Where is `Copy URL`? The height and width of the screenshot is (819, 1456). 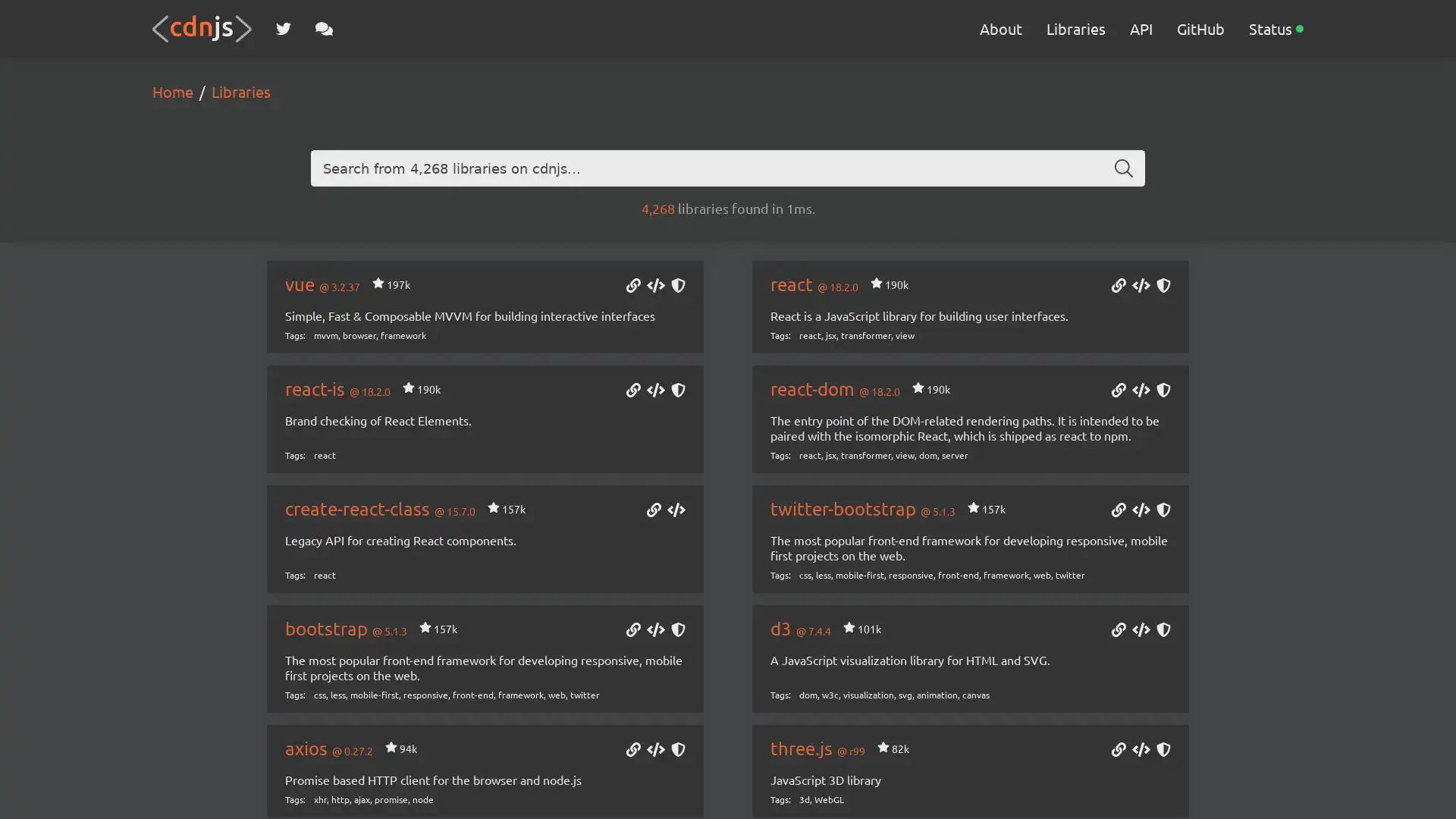
Copy URL is located at coordinates (632, 287).